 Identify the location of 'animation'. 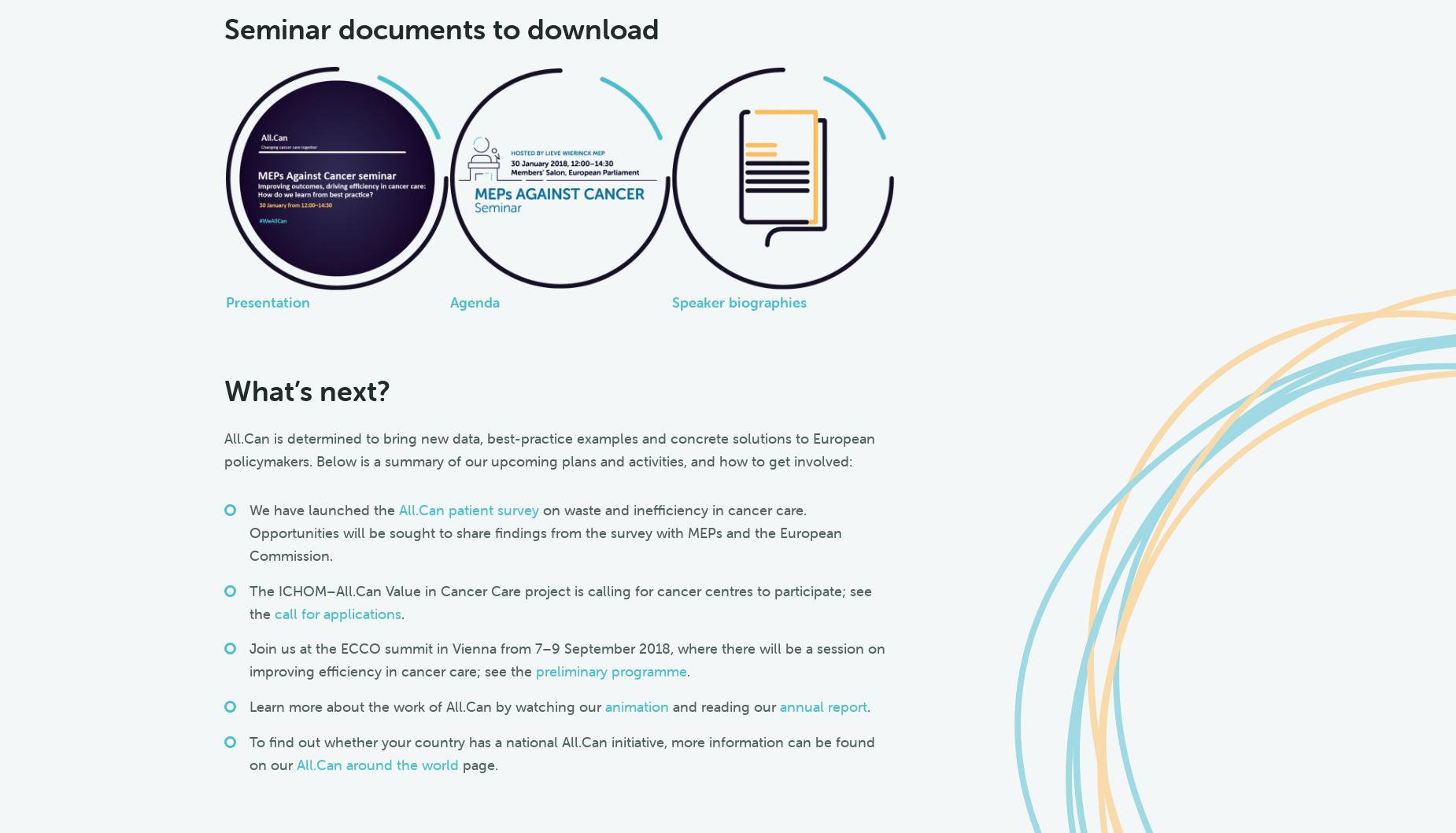
(604, 706).